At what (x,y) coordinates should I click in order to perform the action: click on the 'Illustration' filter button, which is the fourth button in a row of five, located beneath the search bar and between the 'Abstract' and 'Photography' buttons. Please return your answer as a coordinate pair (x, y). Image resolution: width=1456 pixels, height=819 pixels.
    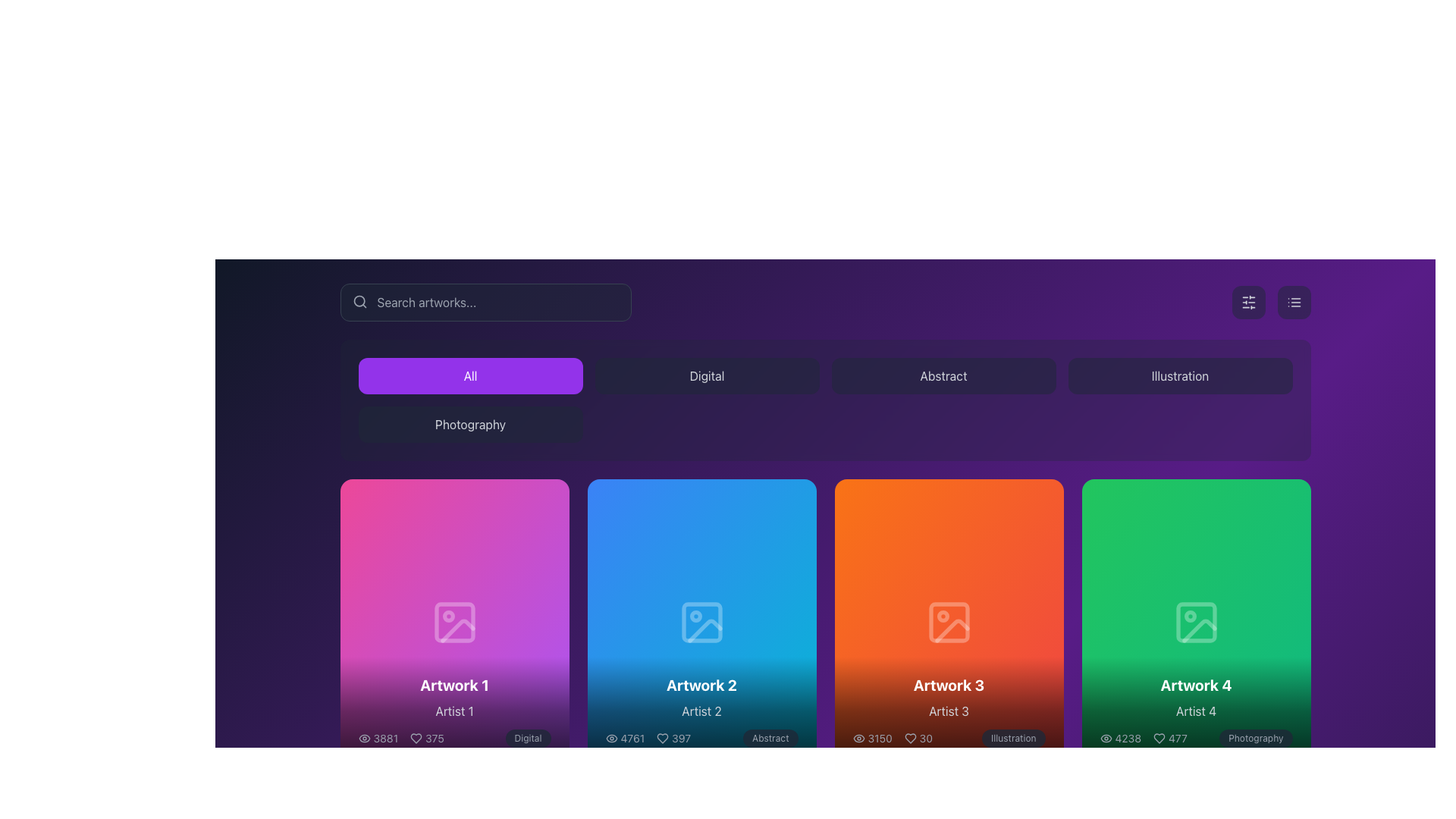
    Looking at the image, I should click on (1179, 375).